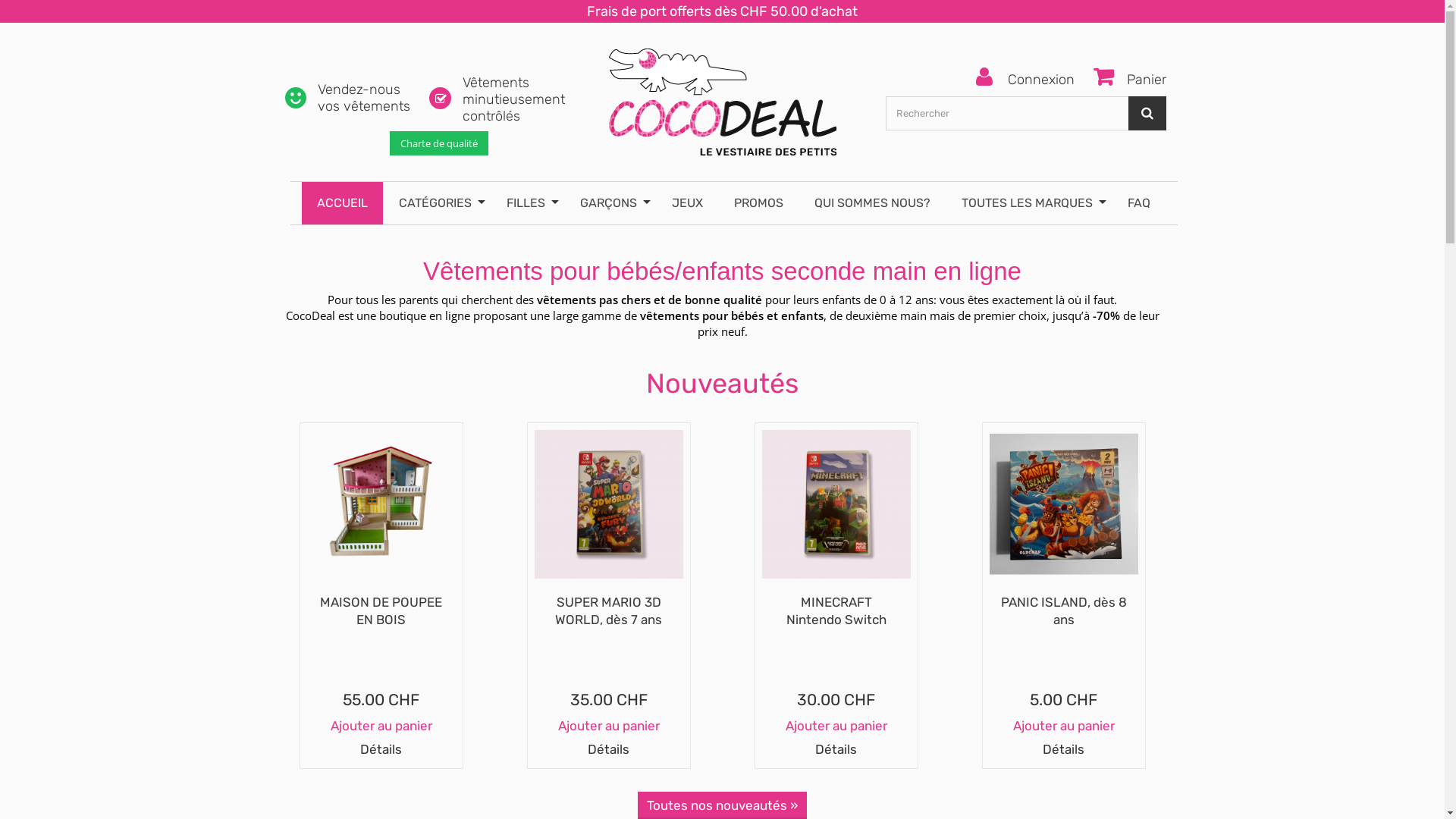  What do you see at coordinates (758, 202) in the screenshot?
I see `'PROMOS'` at bounding box center [758, 202].